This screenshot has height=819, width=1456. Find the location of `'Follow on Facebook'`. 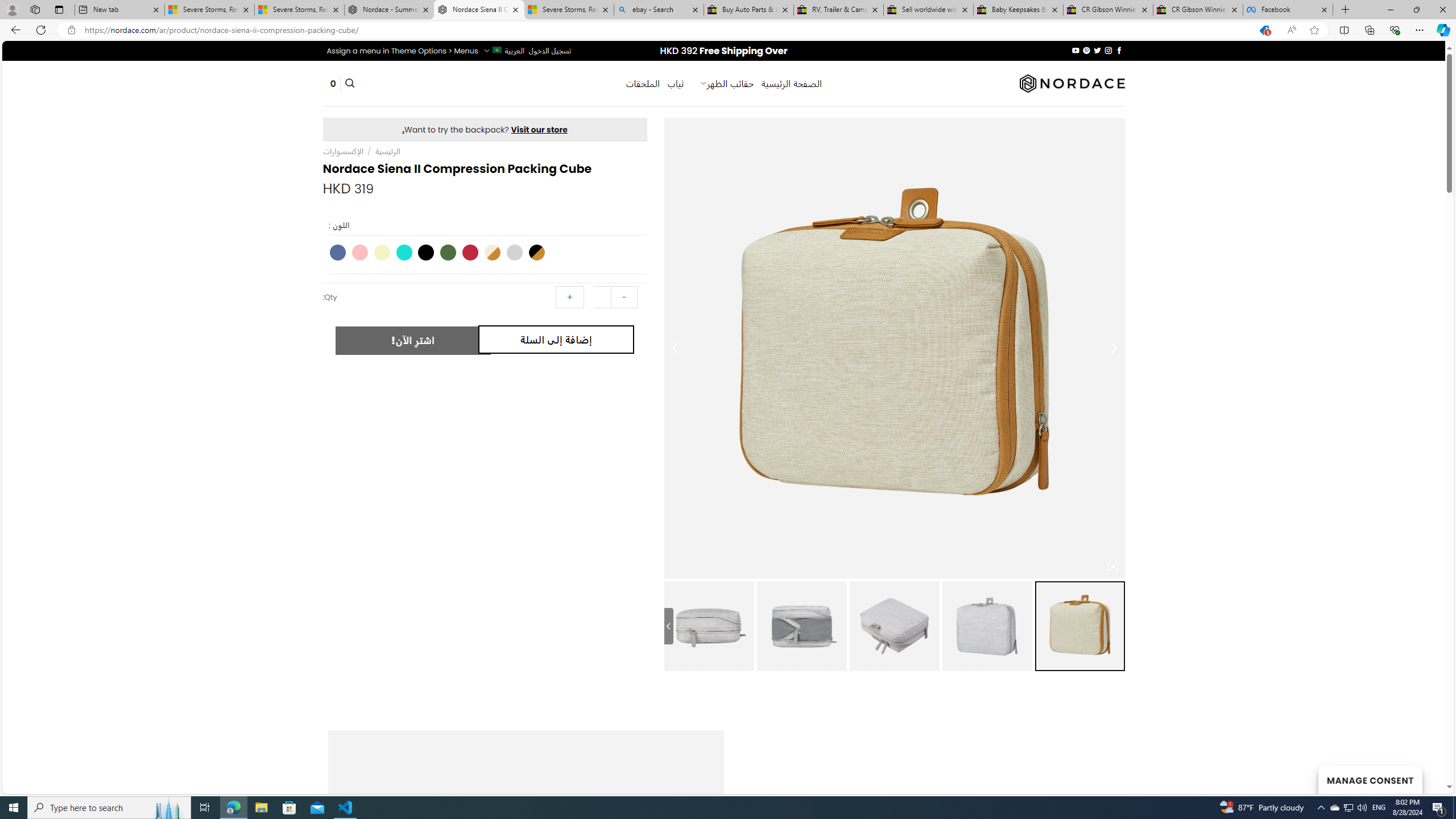

'Follow on Facebook' is located at coordinates (1118, 50).